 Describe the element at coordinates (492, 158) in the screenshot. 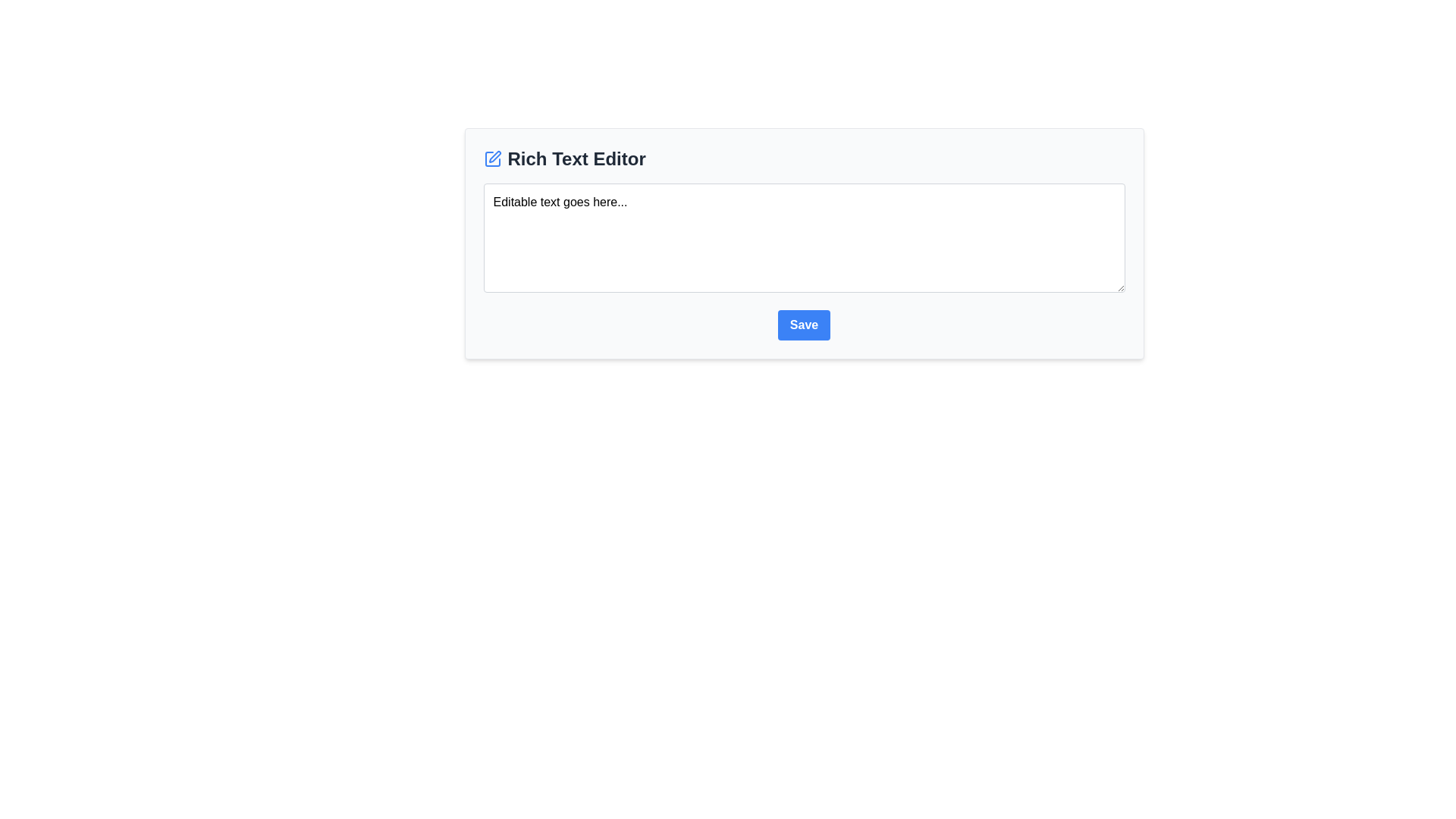

I see `the editing icon located to the left of the 'Rich Text Editor' text` at that location.